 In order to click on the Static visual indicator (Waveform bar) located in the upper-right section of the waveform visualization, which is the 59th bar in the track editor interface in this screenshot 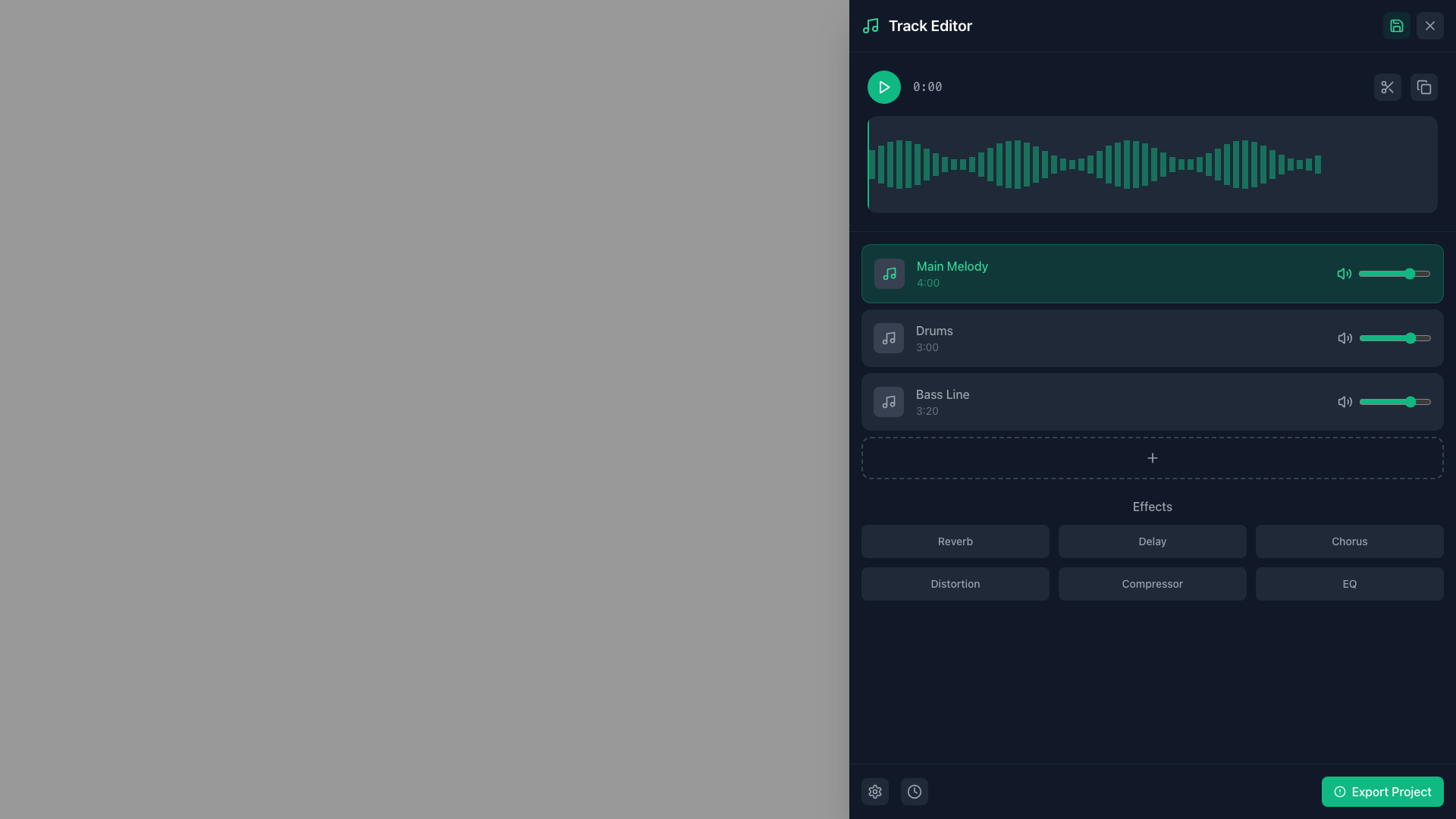, I will do `click(1308, 164)`.